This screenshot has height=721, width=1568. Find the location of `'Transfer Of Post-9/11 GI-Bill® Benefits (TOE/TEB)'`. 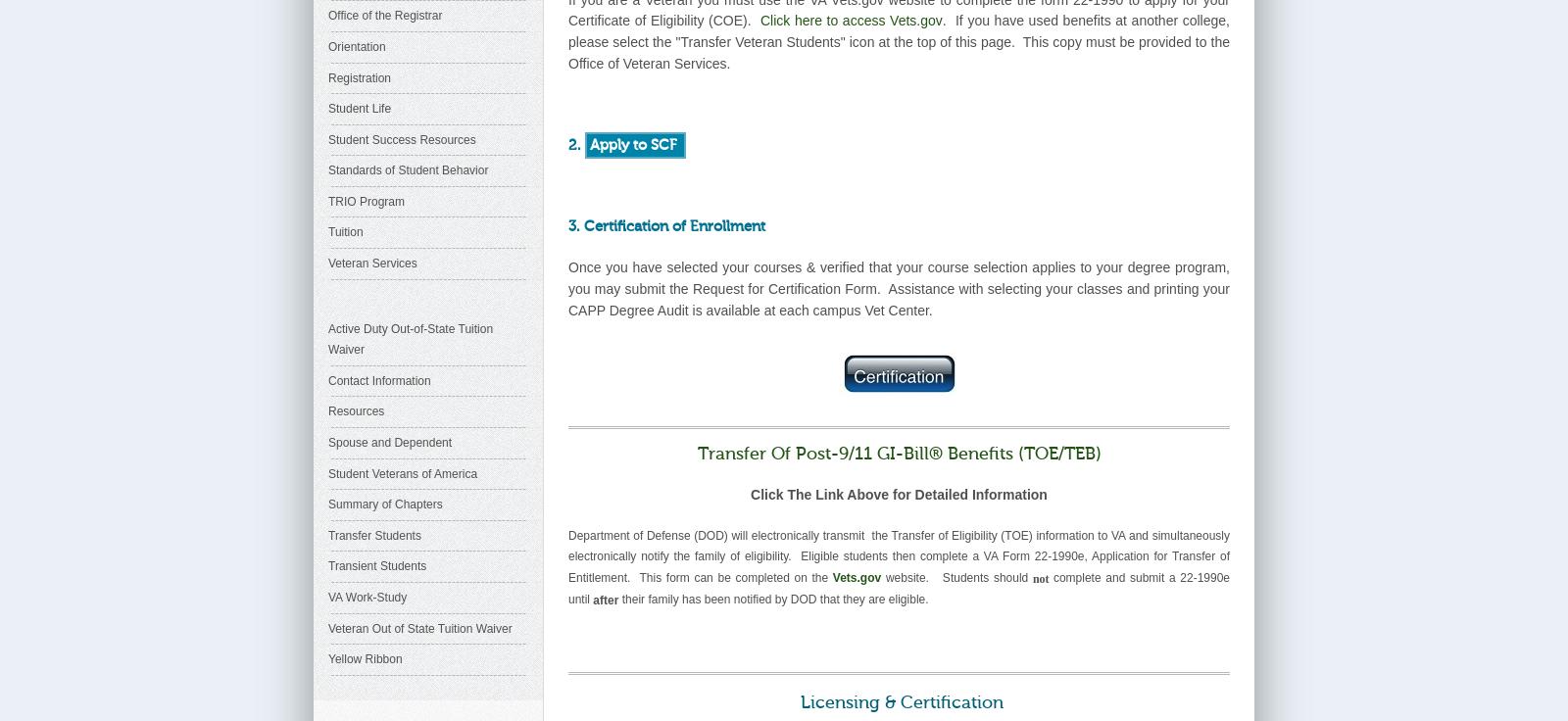

'Transfer Of Post-9/11 GI-Bill® Benefits (TOE/TEB)' is located at coordinates (897, 453).